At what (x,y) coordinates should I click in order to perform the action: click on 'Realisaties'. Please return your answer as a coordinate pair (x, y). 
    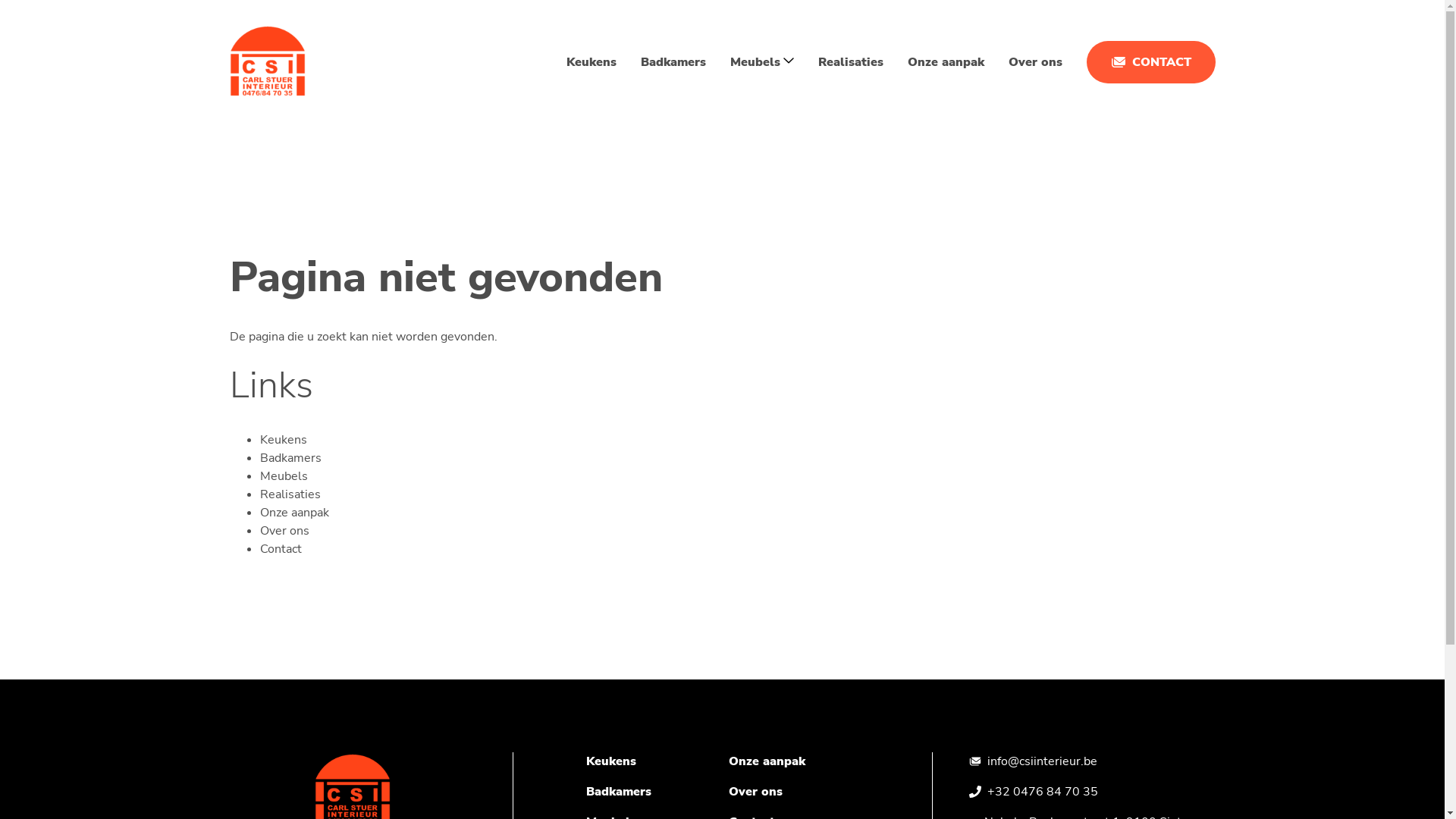
    Looking at the image, I should click on (290, 494).